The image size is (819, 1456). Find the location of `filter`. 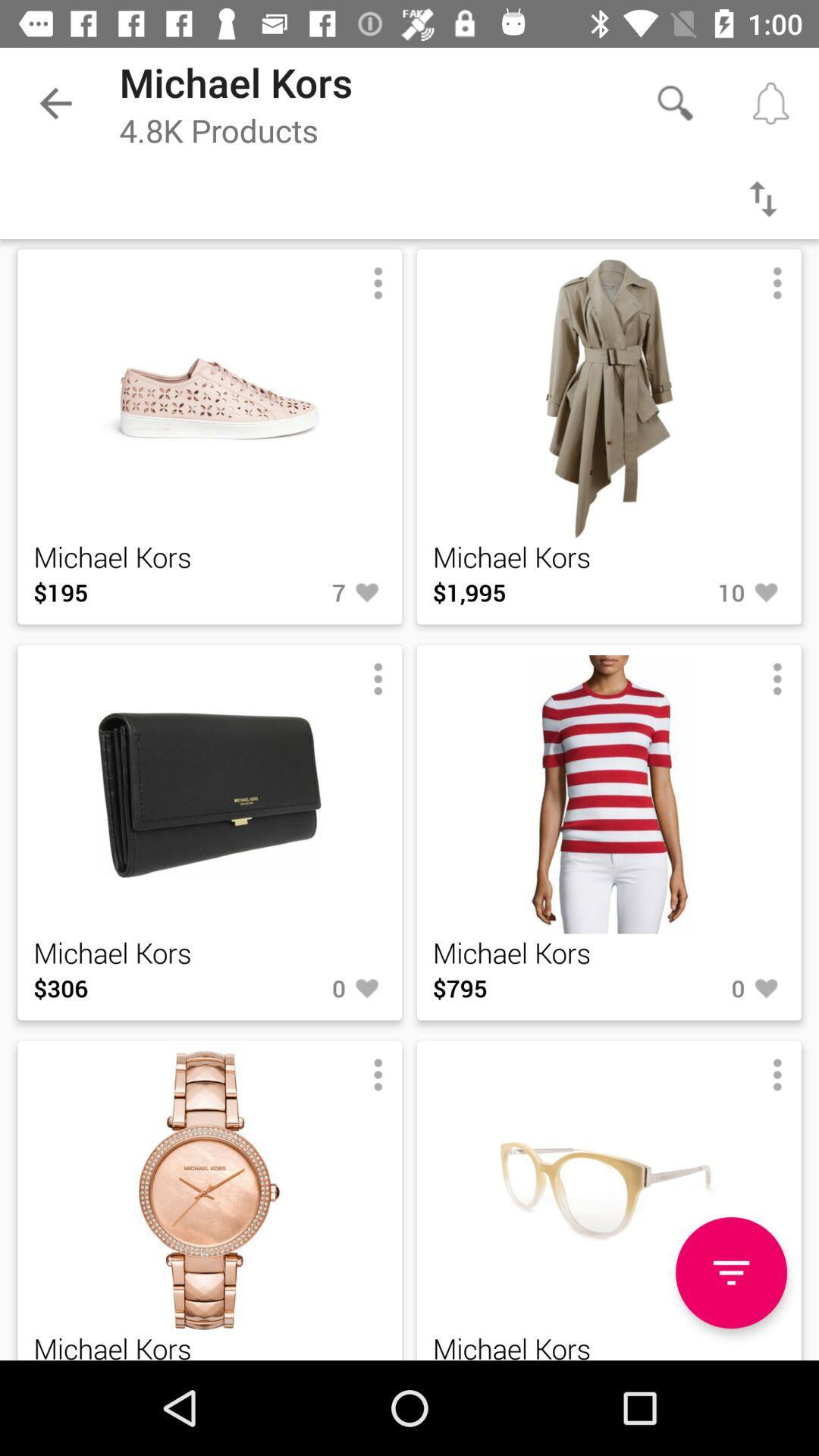

filter is located at coordinates (763, 198).